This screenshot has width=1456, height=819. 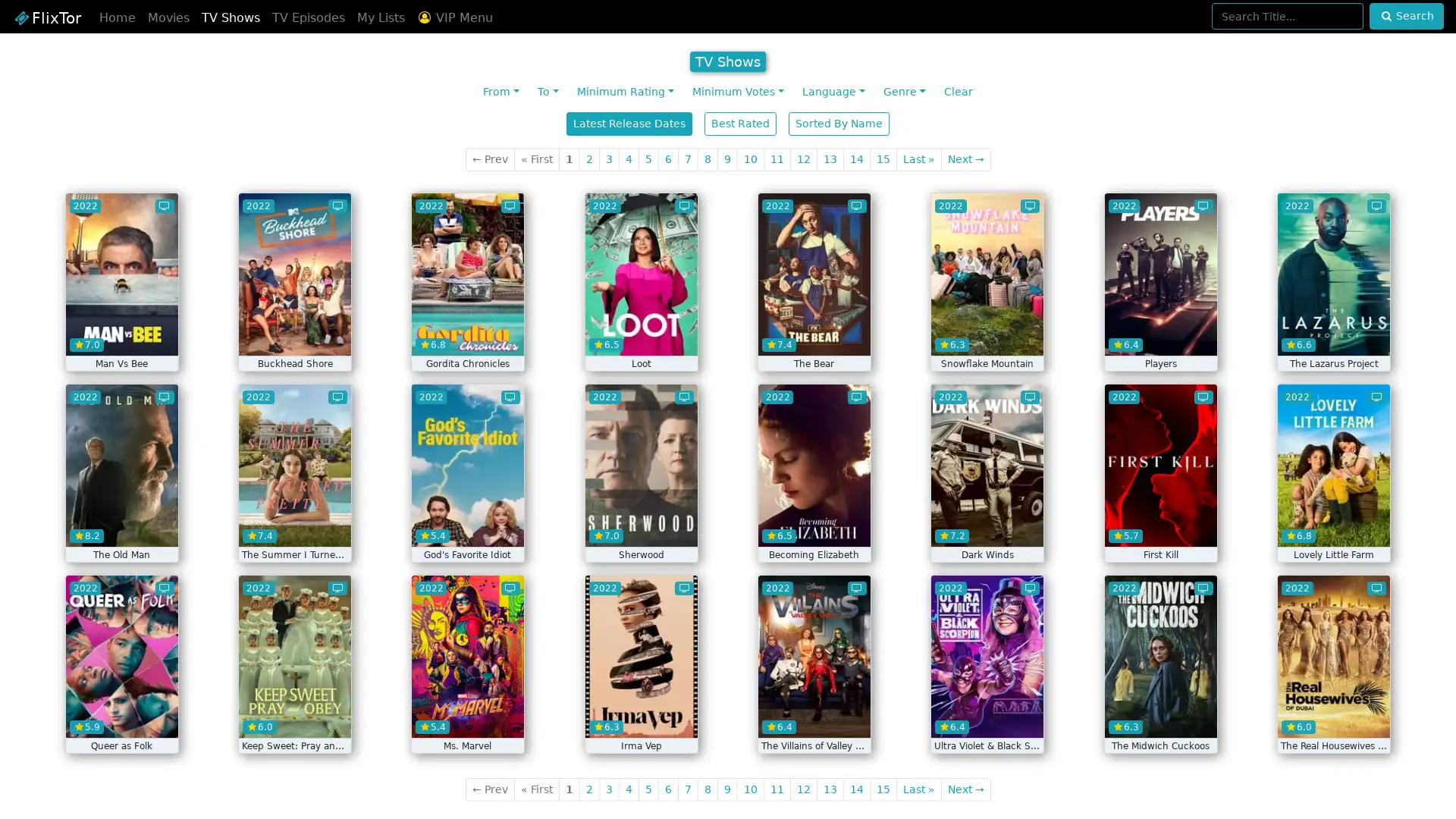 What do you see at coordinates (903, 92) in the screenshot?
I see `Genre` at bounding box center [903, 92].